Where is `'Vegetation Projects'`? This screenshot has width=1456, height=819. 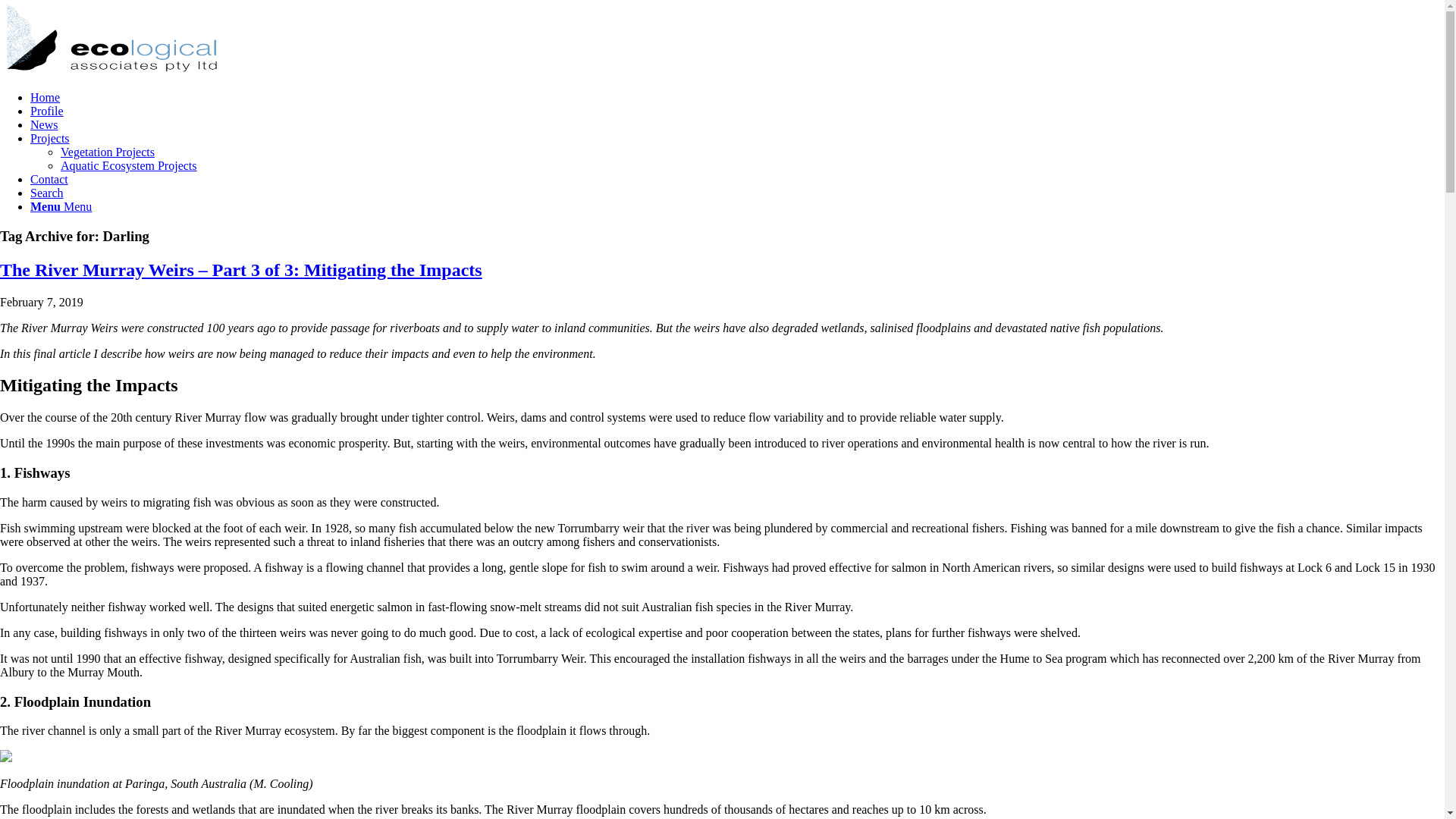
'Vegetation Projects' is located at coordinates (107, 152).